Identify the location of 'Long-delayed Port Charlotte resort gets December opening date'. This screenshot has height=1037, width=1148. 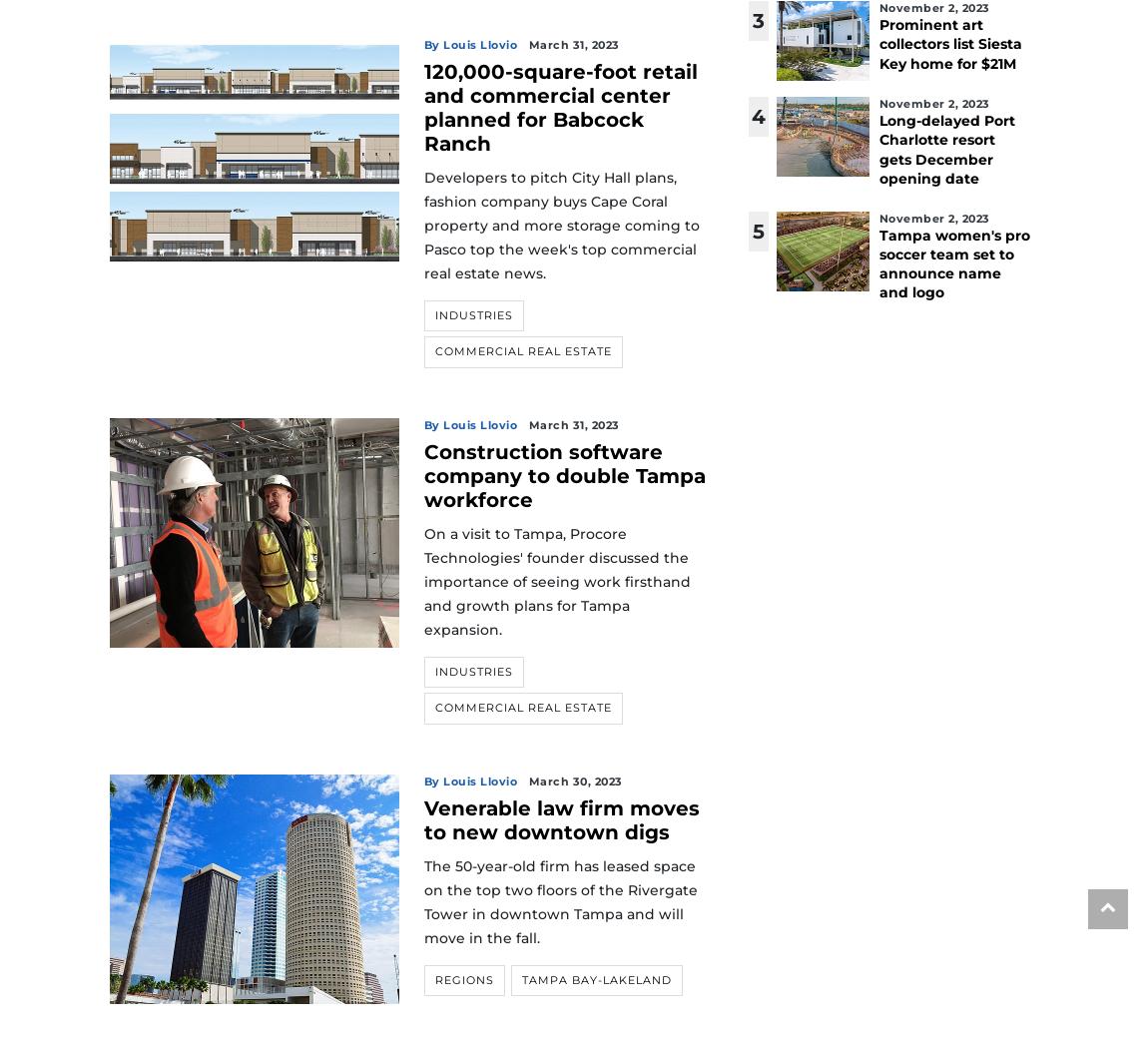
(877, 148).